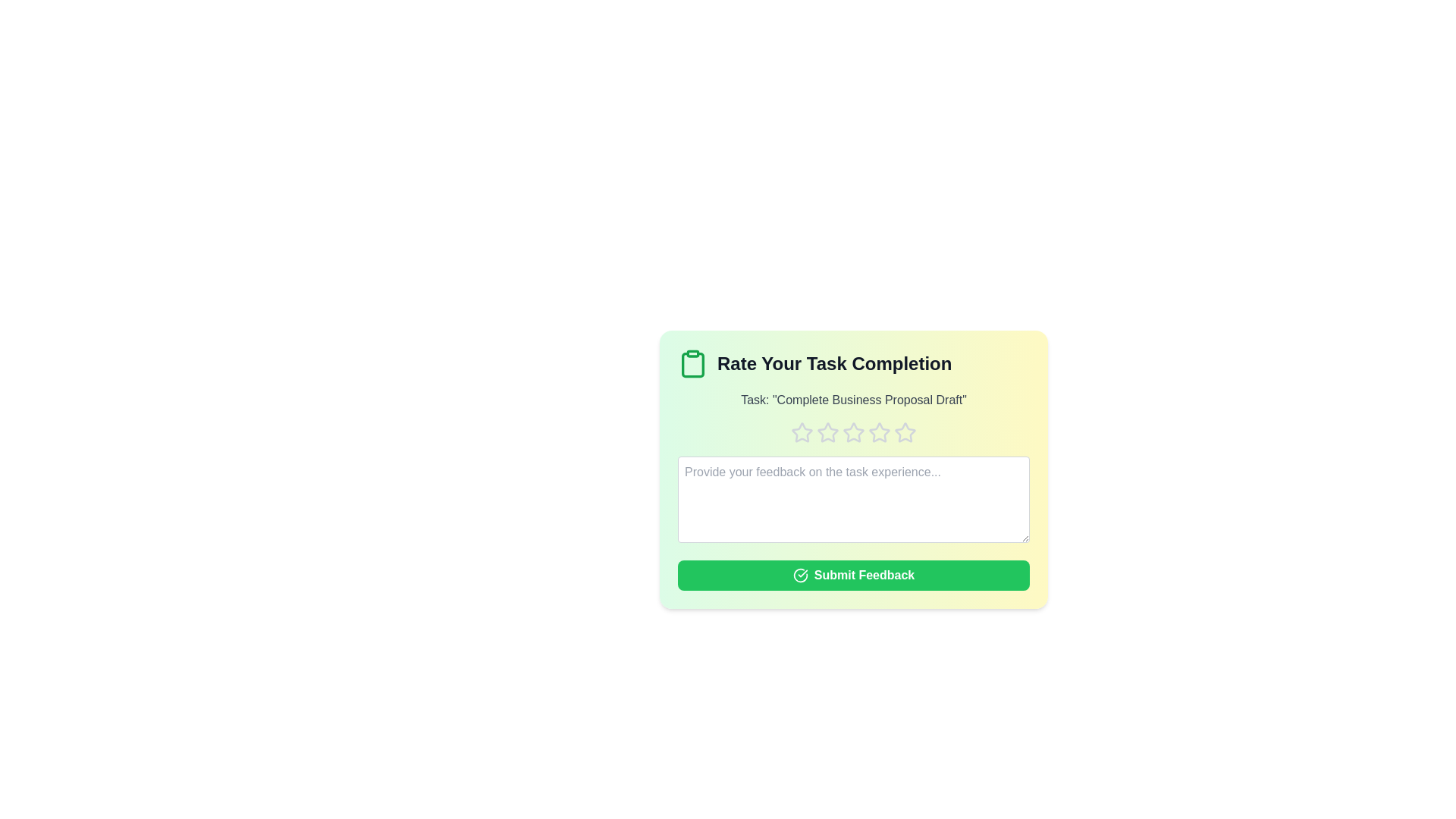 The height and width of the screenshot is (819, 1456). What do you see at coordinates (880, 432) in the screenshot?
I see `the rating to 4 stars by clicking on the respective star` at bounding box center [880, 432].